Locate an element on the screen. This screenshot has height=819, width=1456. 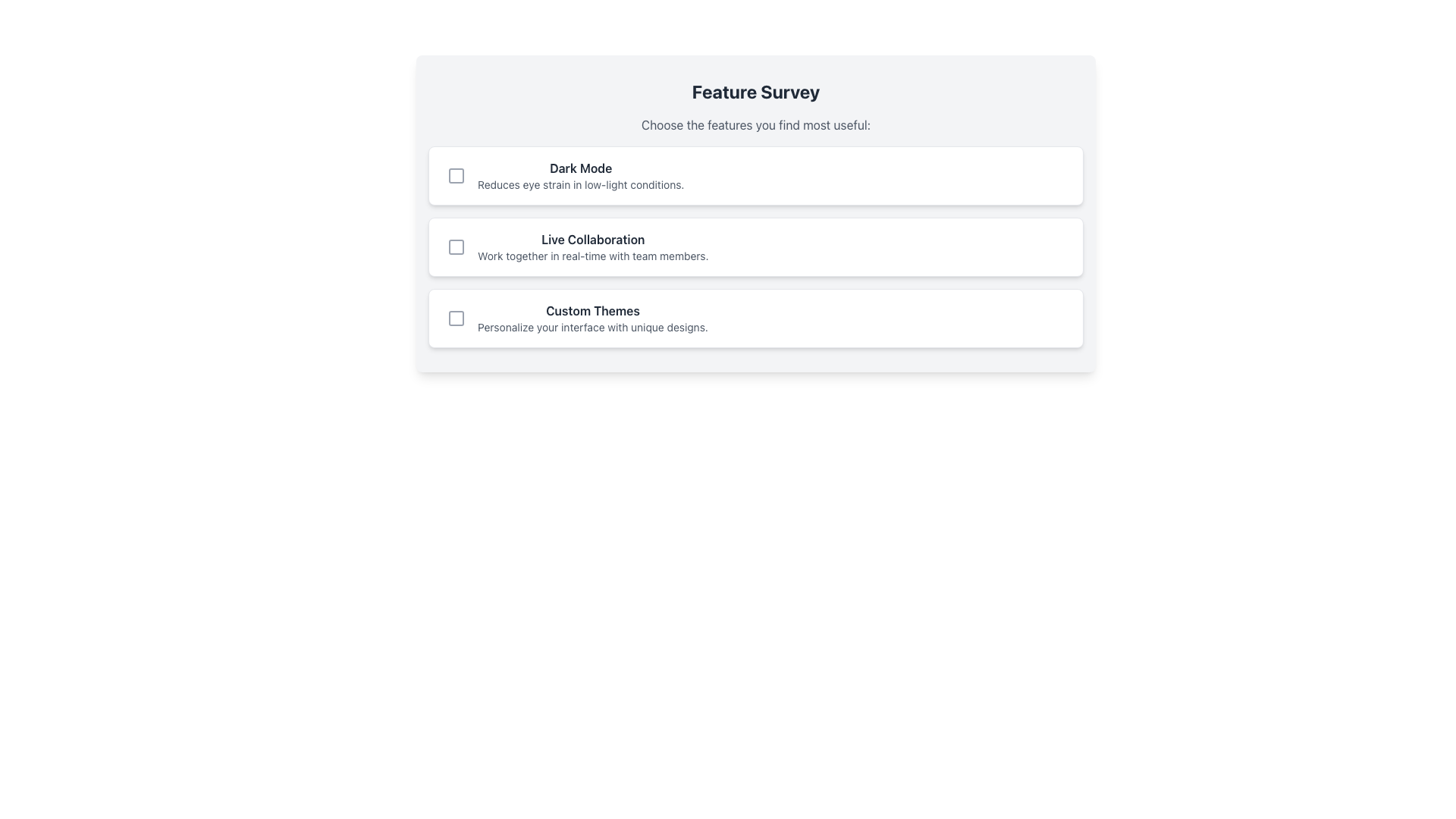
the header text element that serves as the title for the survey section, which is positioned above the instructions text is located at coordinates (756, 91).